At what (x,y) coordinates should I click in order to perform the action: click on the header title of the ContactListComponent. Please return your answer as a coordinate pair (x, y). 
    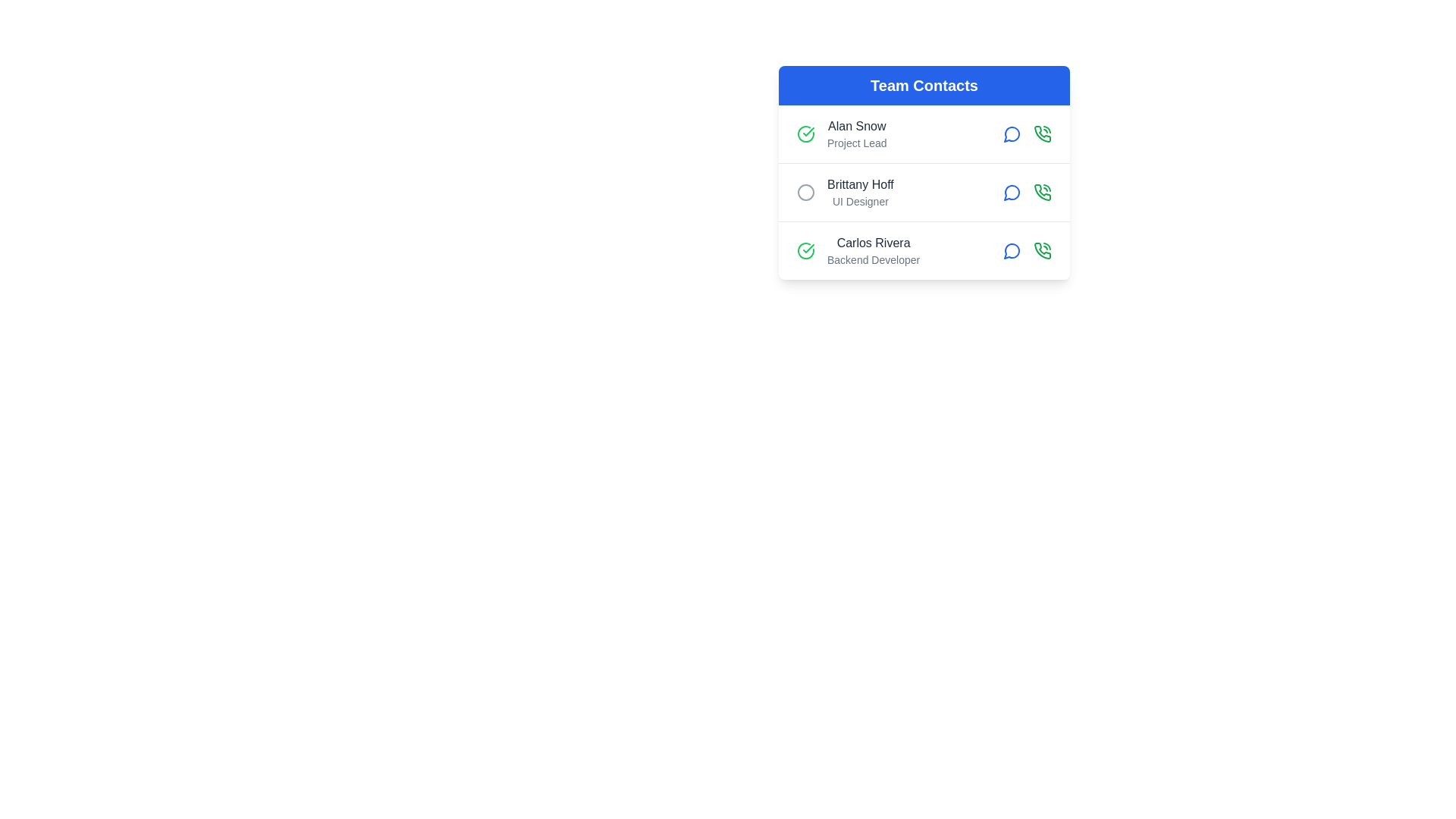
    Looking at the image, I should click on (924, 85).